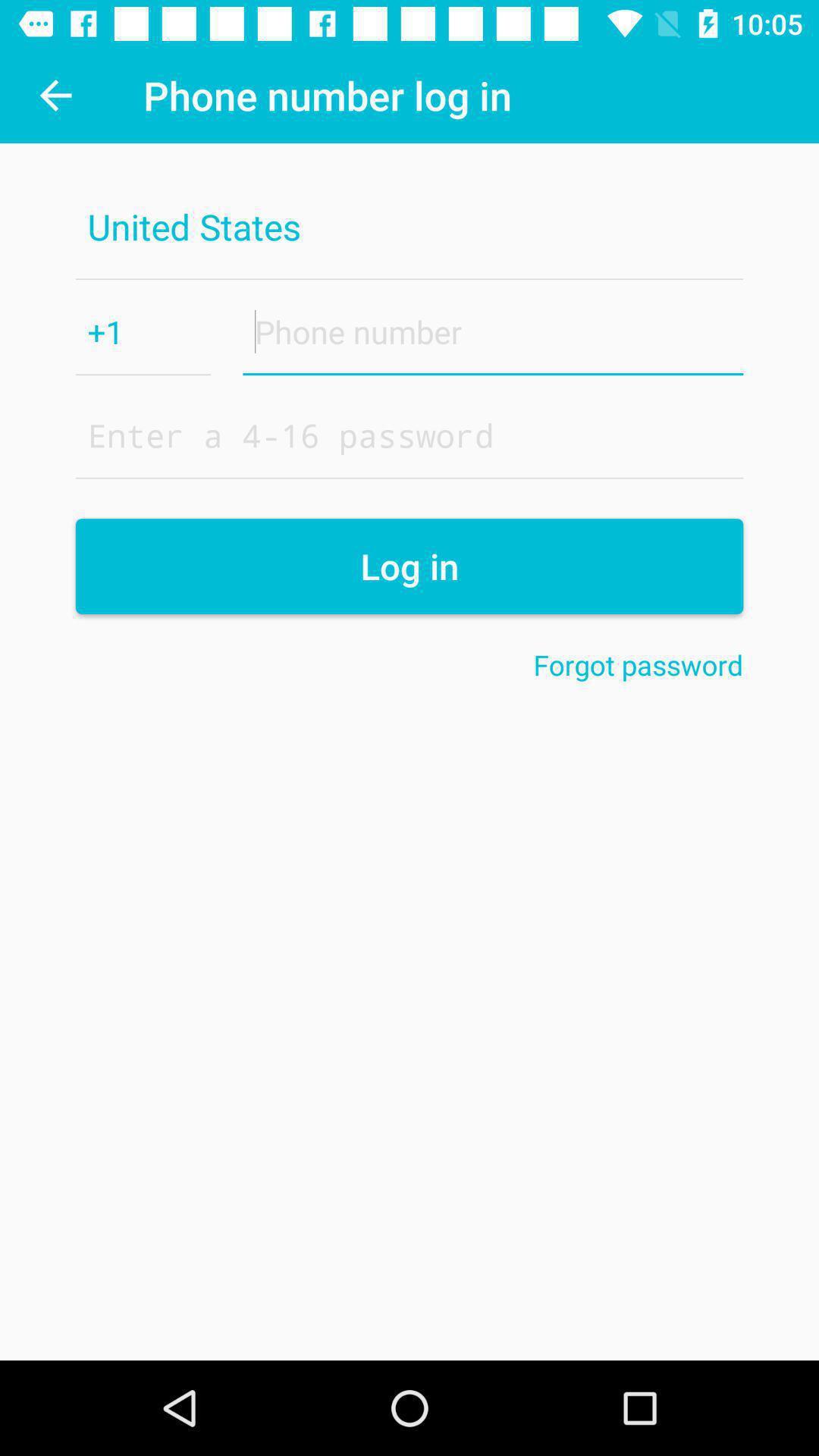  What do you see at coordinates (493, 331) in the screenshot?
I see `the item next to +1` at bounding box center [493, 331].